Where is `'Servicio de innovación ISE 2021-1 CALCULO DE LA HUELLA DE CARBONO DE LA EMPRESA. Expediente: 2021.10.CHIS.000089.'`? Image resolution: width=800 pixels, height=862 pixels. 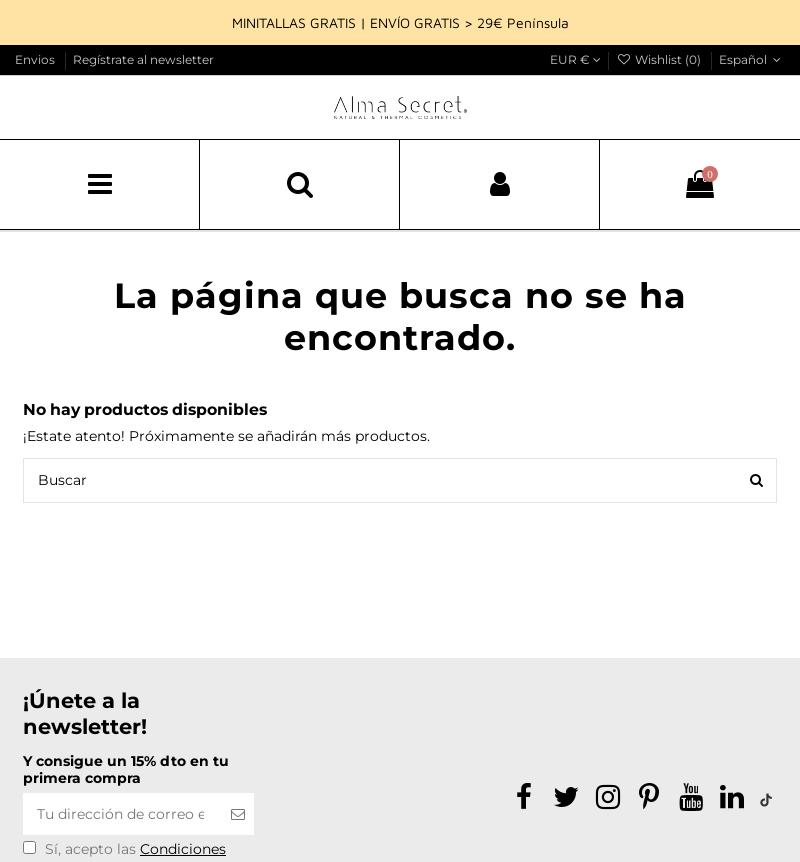 'Servicio de innovación ISE 2021-1 CALCULO DE LA HUELLA DE CARBONO DE LA EMPRESA. Expediente: 2021.10.CHIS.000089.' is located at coordinates (195, 825).